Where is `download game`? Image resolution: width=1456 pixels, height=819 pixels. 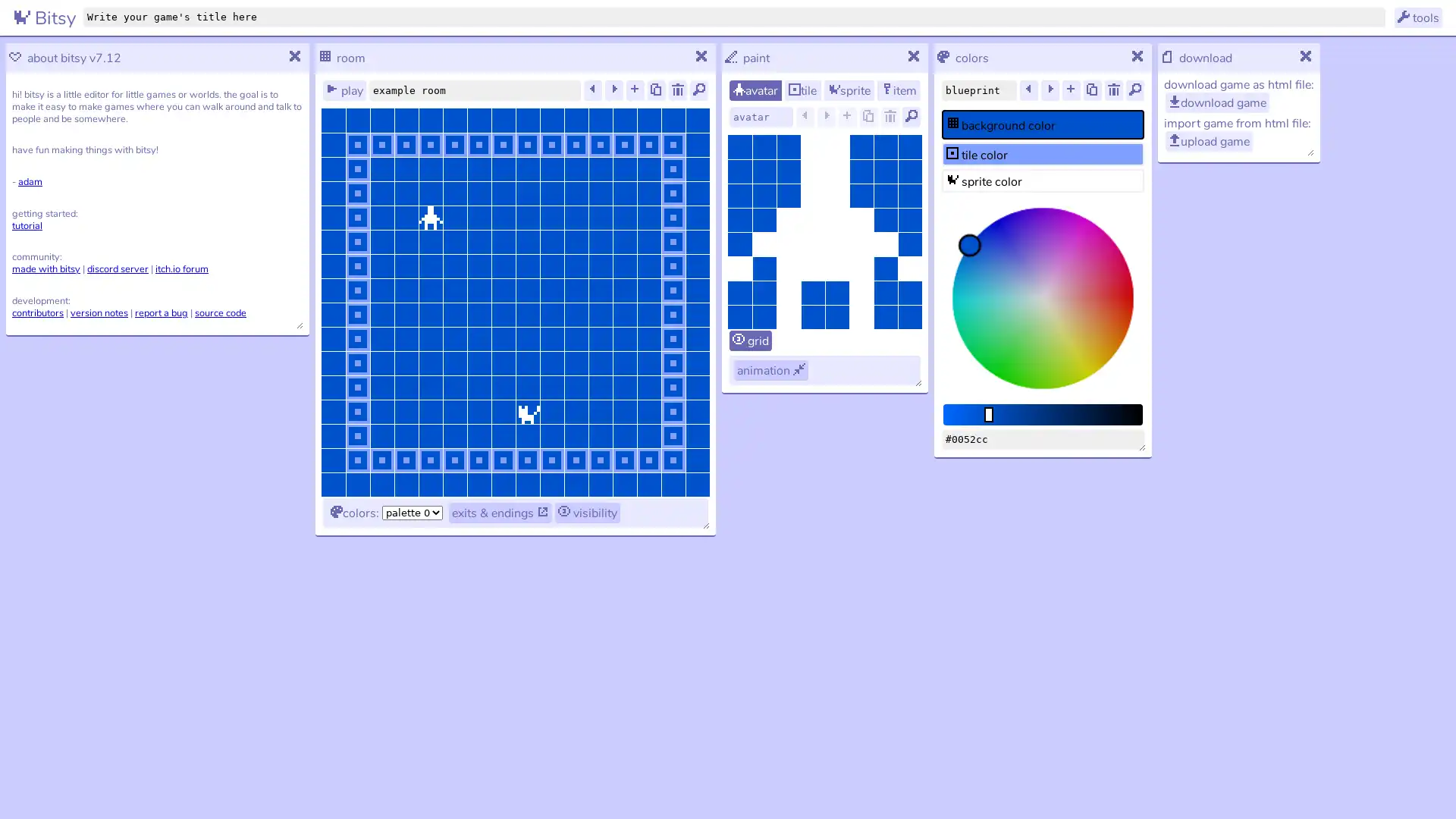
download game is located at coordinates (1217, 102).